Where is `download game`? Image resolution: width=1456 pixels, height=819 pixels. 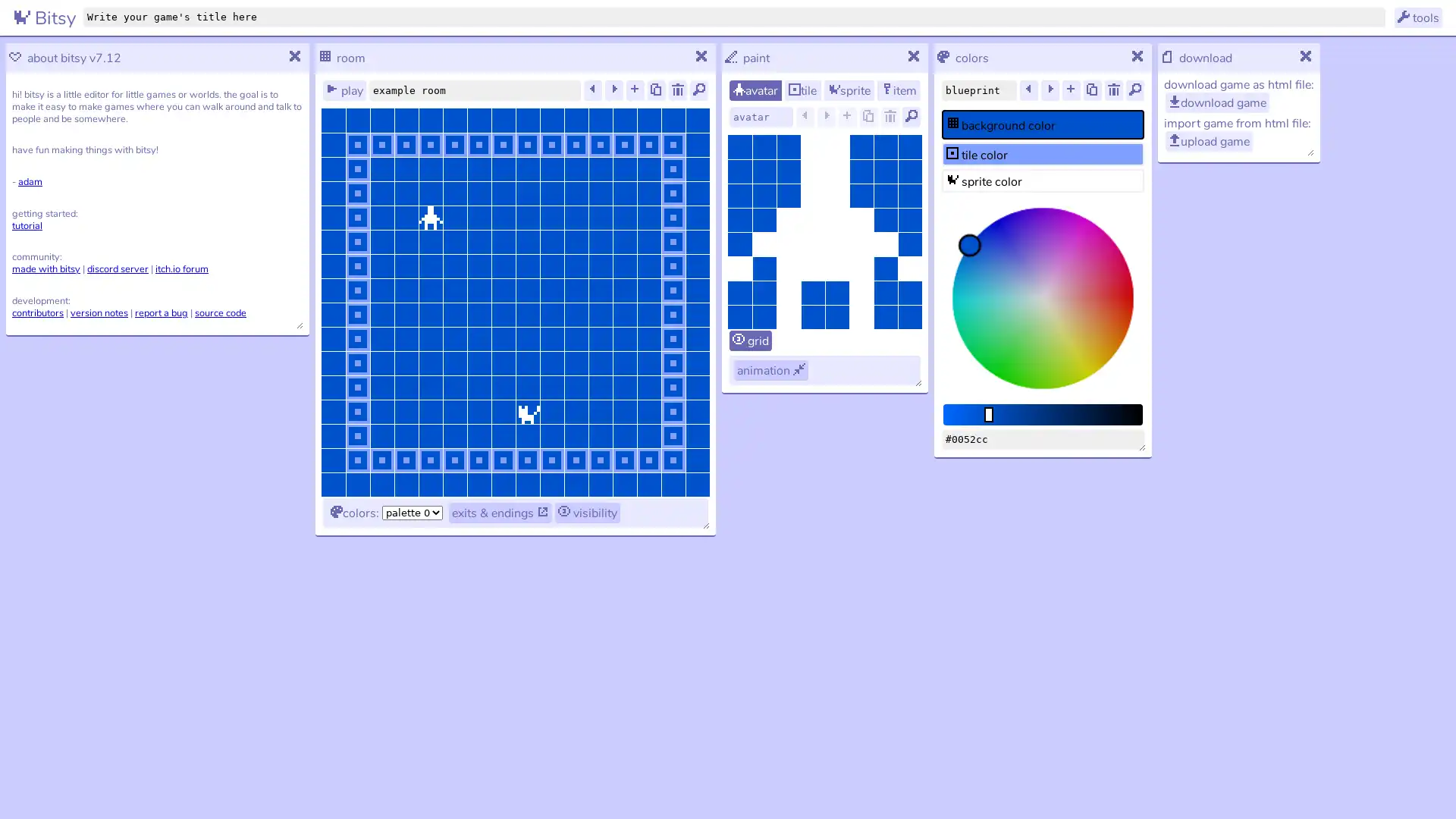
download game is located at coordinates (1217, 102).